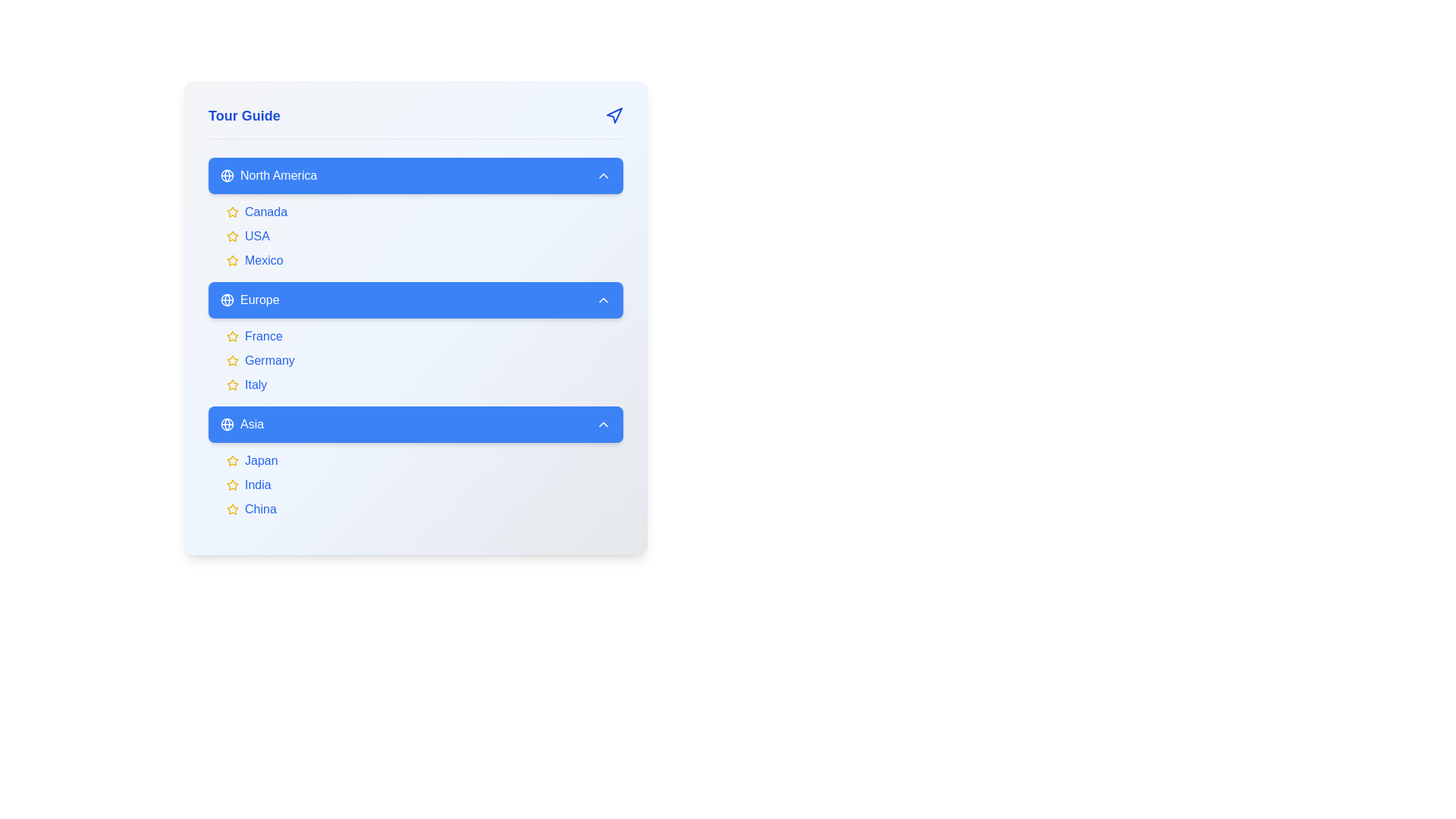 This screenshot has height=819, width=1456. What do you see at coordinates (232, 384) in the screenshot?
I see `the yellow five-pointed star icon indicating favorites or ratings located under the 'Europe' section, to the left of the text 'Italy'` at bounding box center [232, 384].